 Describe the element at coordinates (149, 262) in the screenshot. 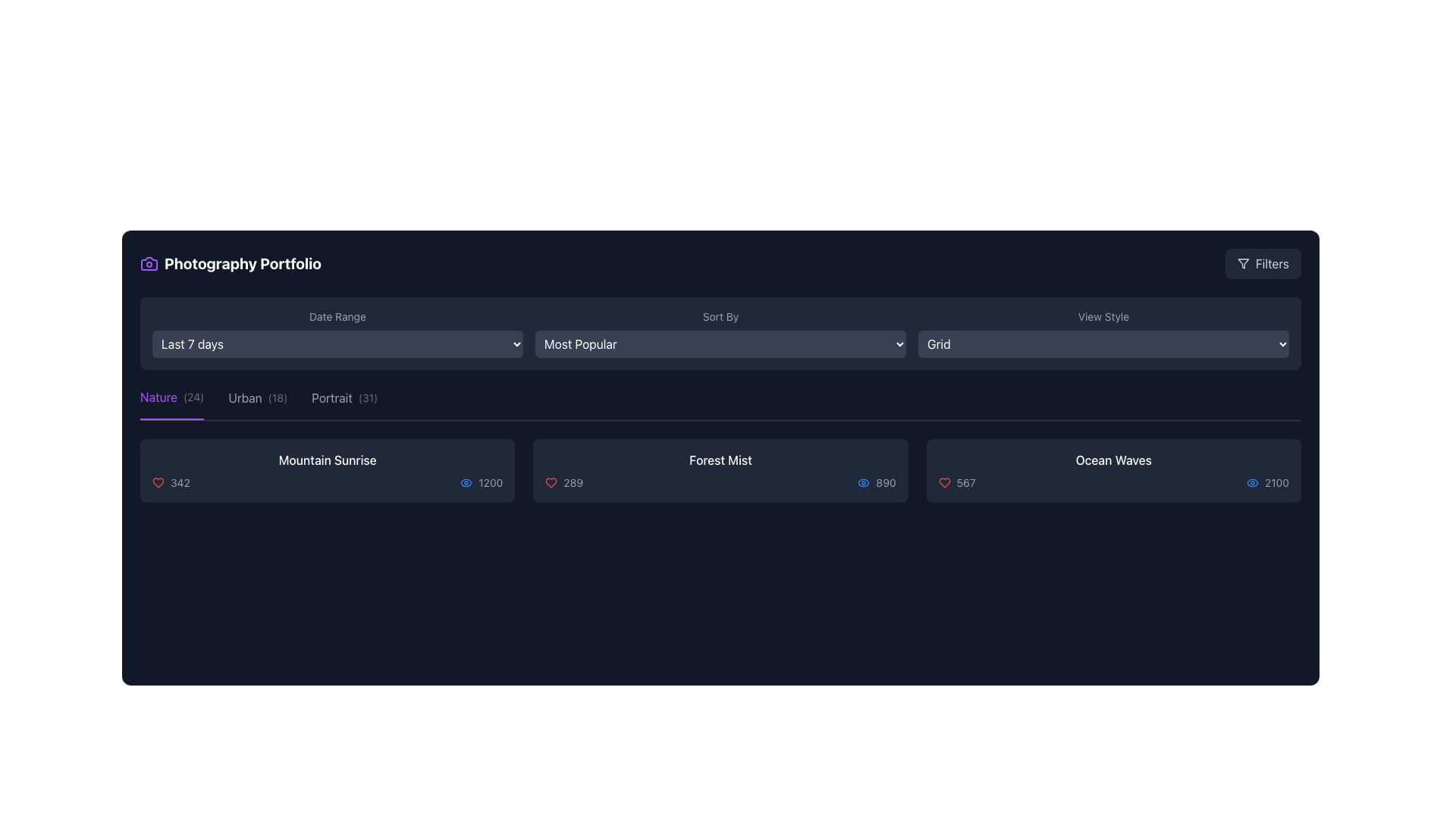

I see `the camera-shaped icon located in the top-left corner of the interface, adjacent to the 'Photography Portfolio' text label` at that location.